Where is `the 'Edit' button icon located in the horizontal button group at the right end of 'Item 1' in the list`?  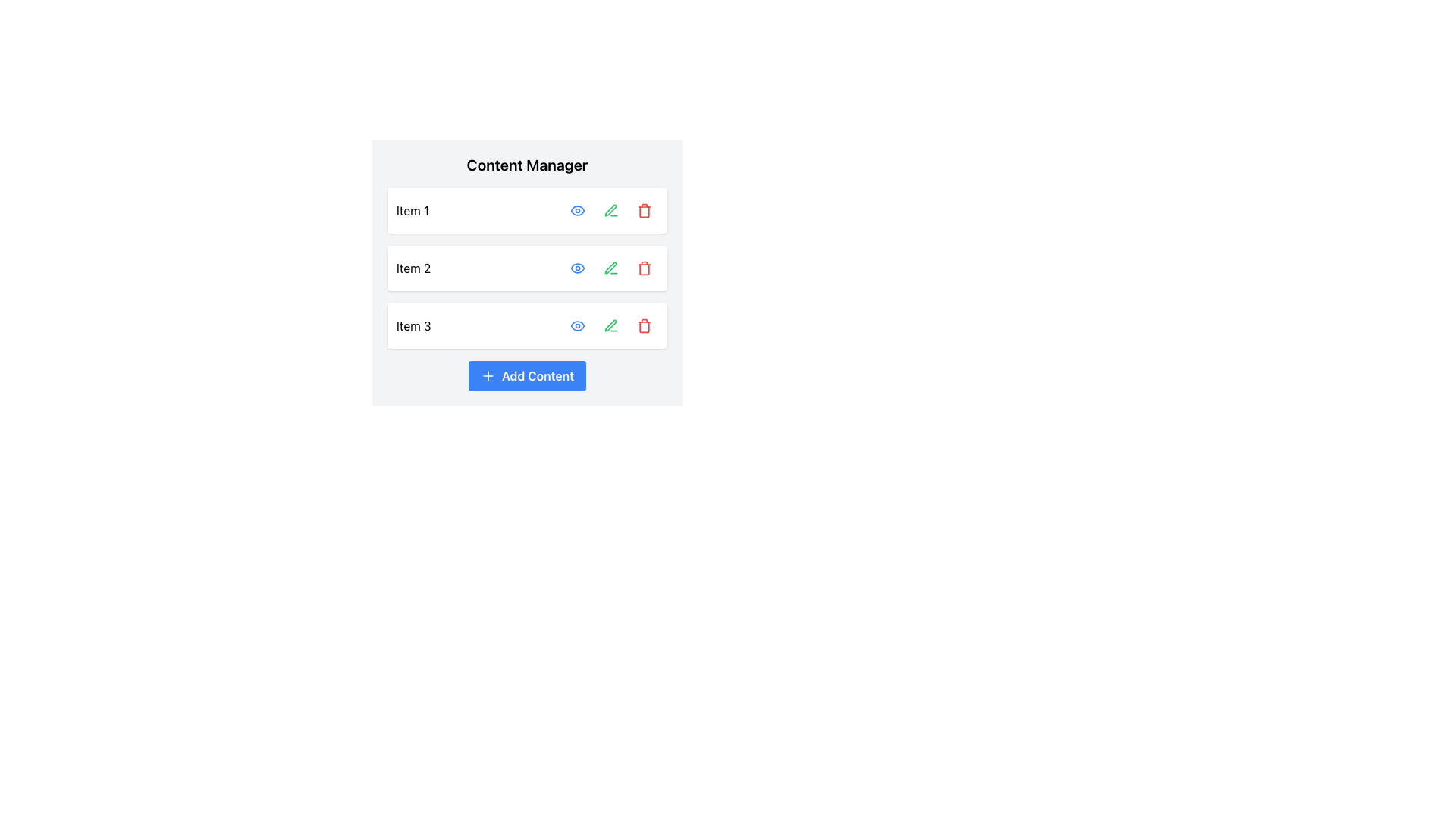 the 'Edit' button icon located in the horizontal button group at the right end of 'Item 1' in the list is located at coordinates (611, 210).